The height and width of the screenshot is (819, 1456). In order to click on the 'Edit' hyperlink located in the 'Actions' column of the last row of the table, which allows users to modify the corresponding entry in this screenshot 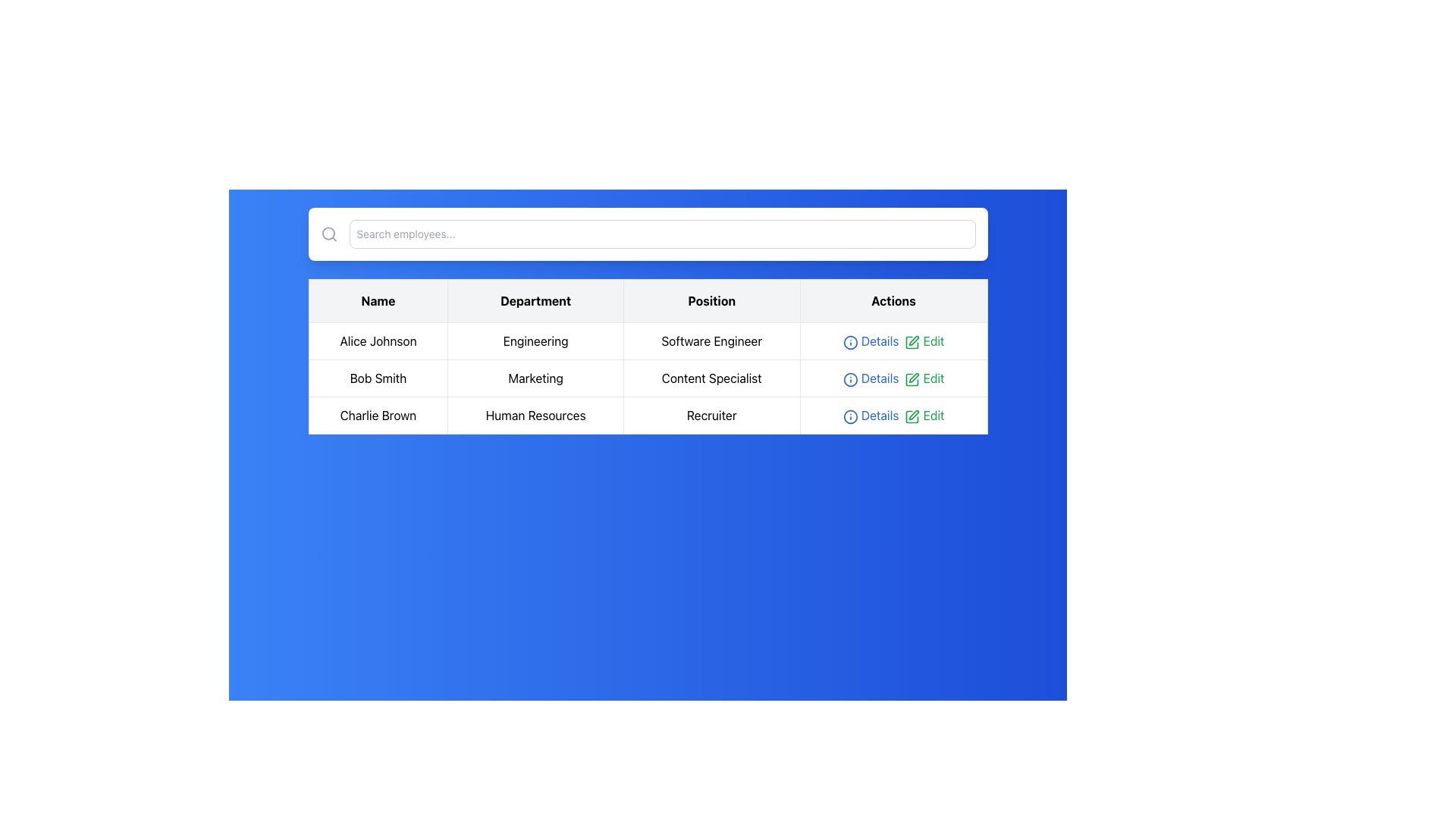, I will do `click(924, 415)`.